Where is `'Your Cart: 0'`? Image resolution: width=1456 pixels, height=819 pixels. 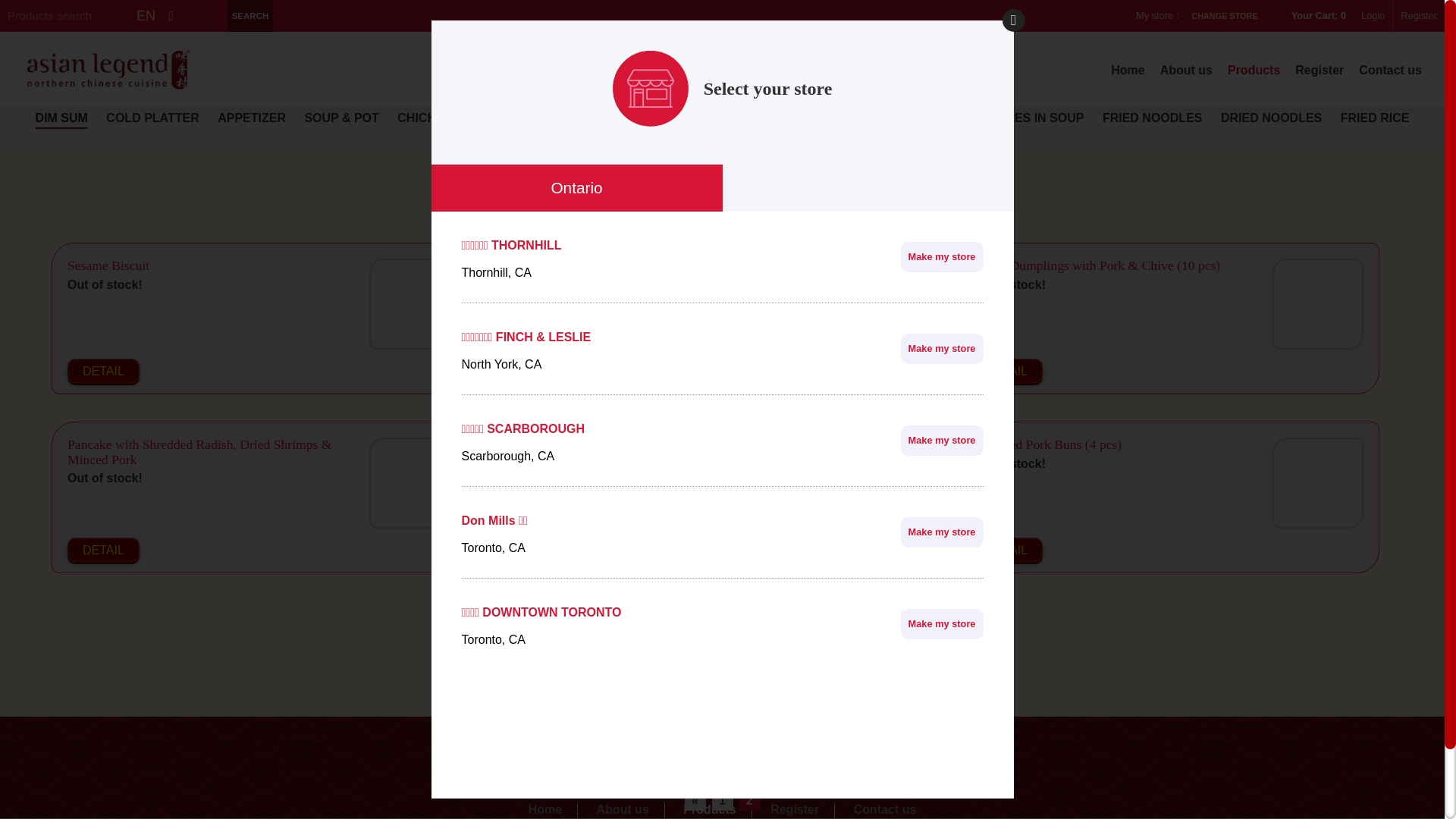 'Your Cart: 0' is located at coordinates (1313, 15).